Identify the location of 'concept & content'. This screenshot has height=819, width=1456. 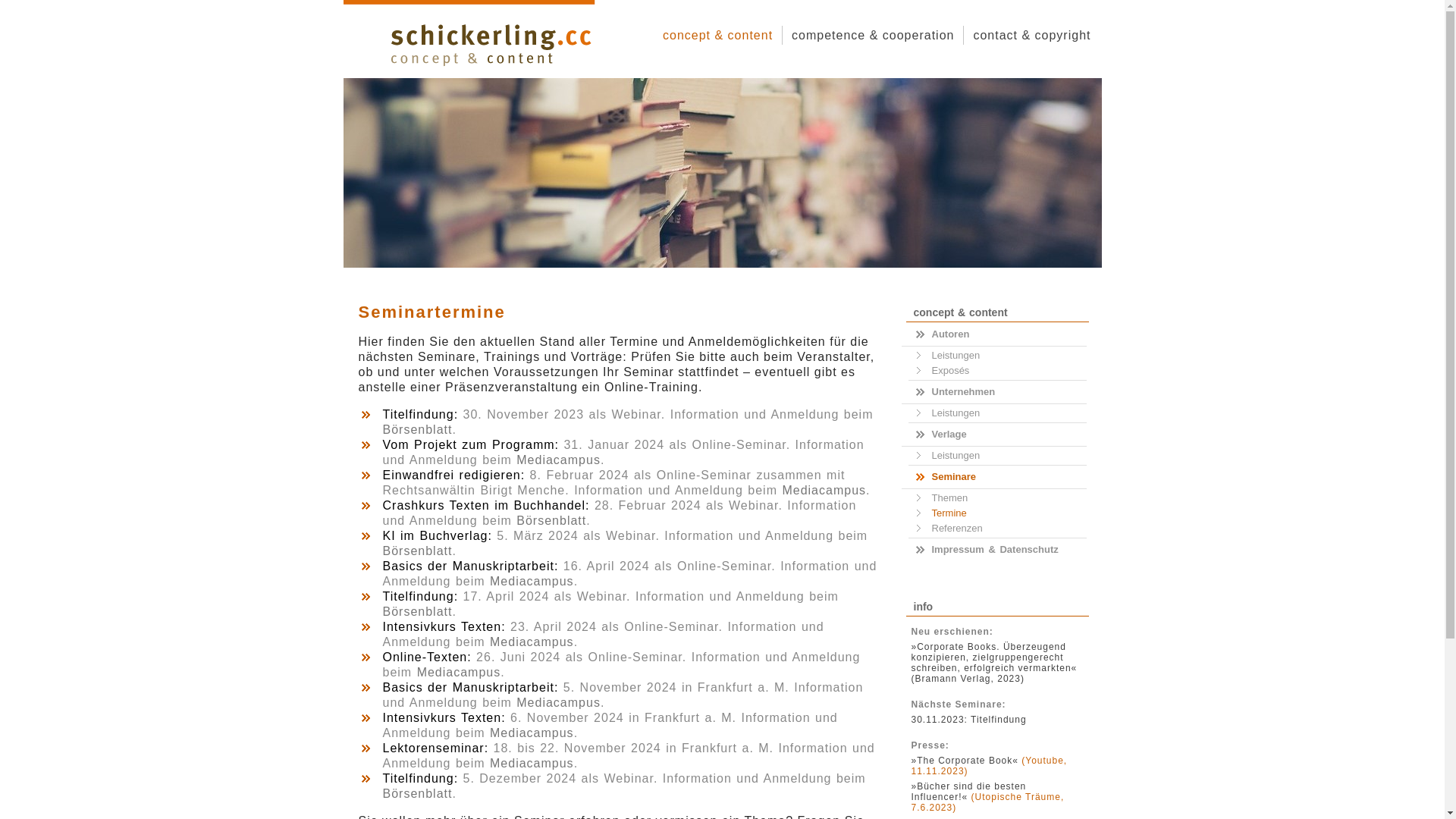
(717, 34).